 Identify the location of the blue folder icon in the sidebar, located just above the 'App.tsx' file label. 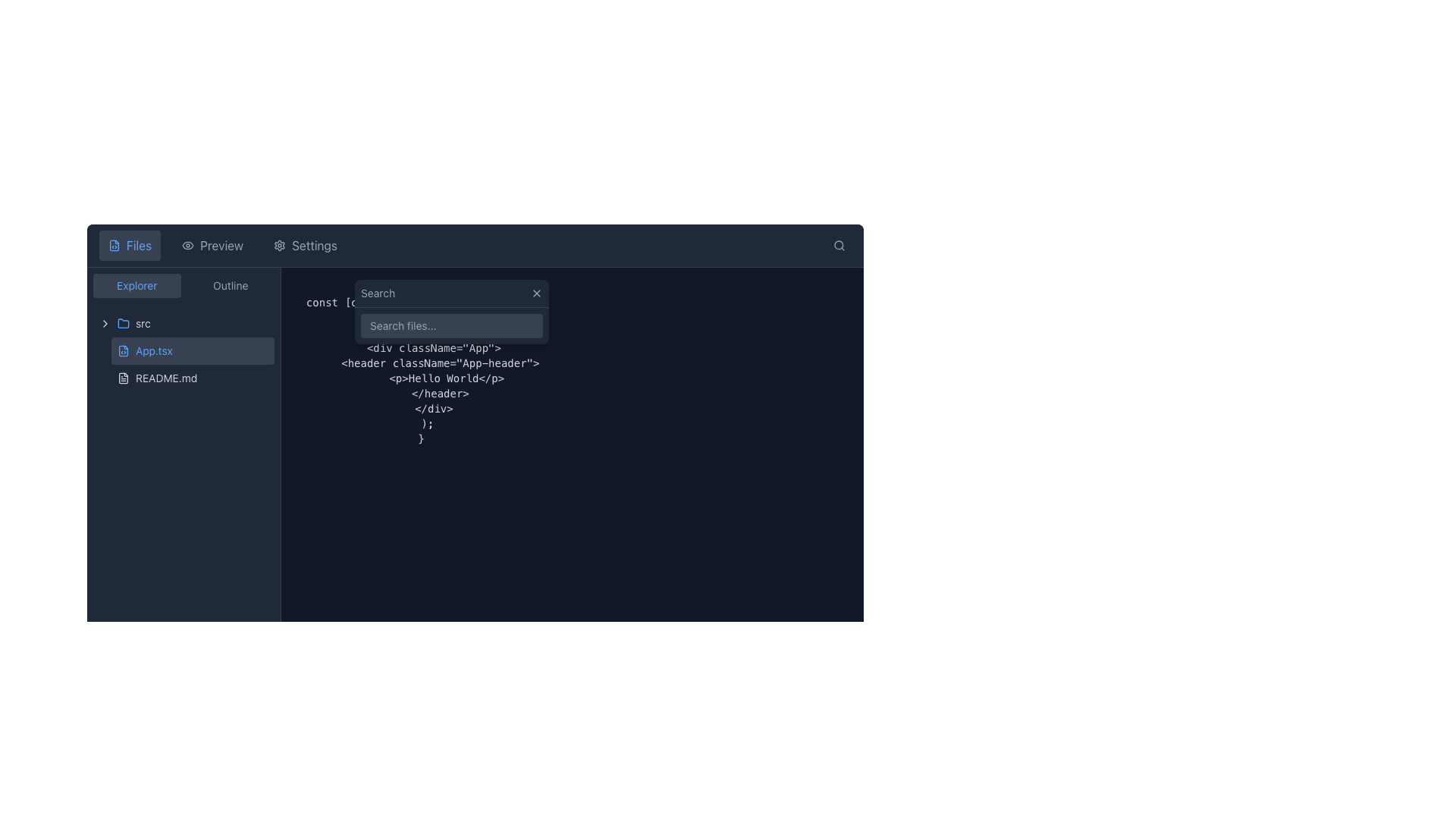
(124, 322).